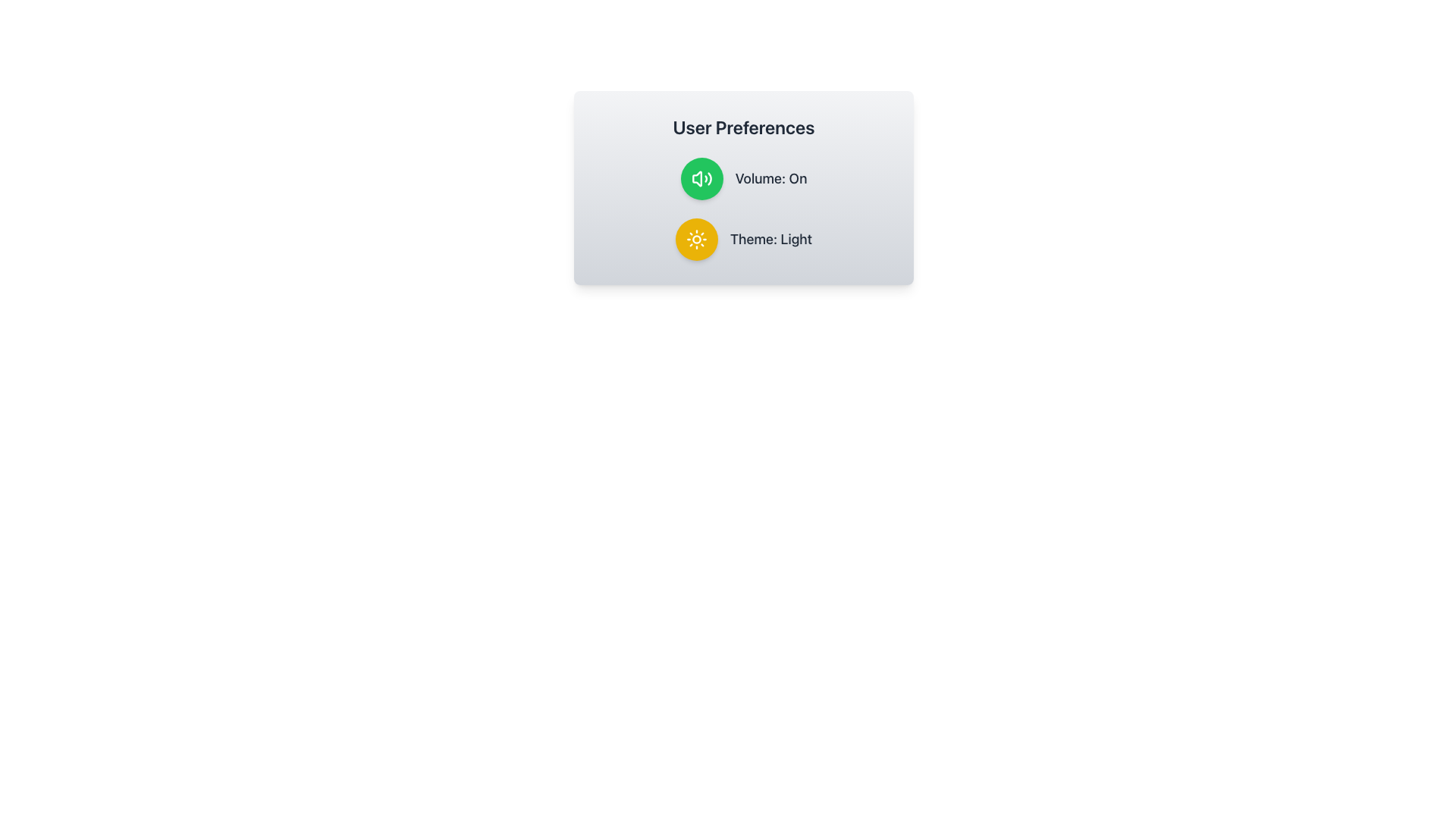 This screenshot has width=1456, height=819. What do you see at coordinates (743, 239) in the screenshot?
I see `the 'Theme: Light' element, which features a yellow circular icon with a sun symbol` at bounding box center [743, 239].